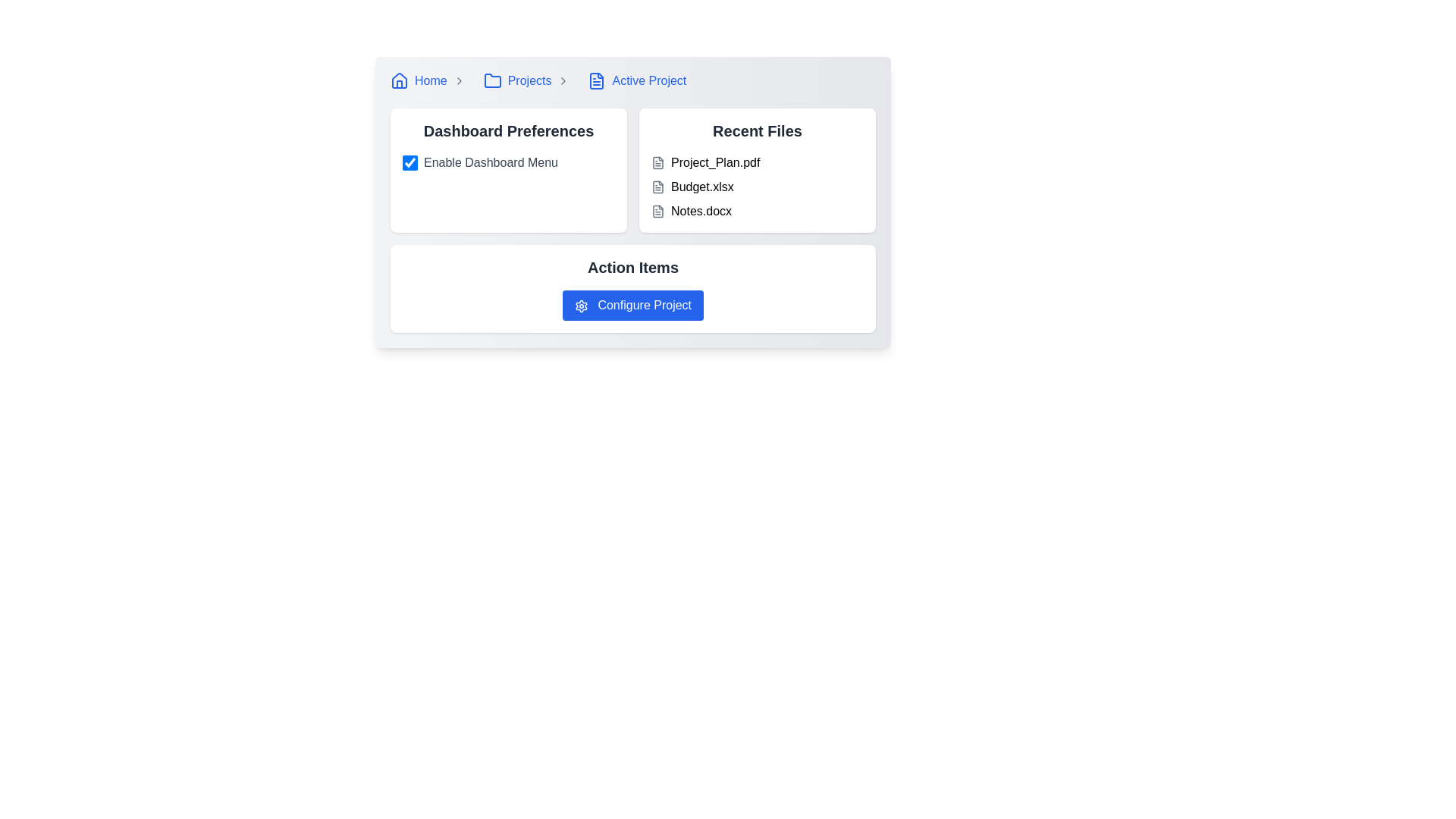 The height and width of the screenshot is (819, 1456). I want to click on the 'Configure Project' button, which has a blue background and white text, located below the 'Action Items' header, so click(633, 305).